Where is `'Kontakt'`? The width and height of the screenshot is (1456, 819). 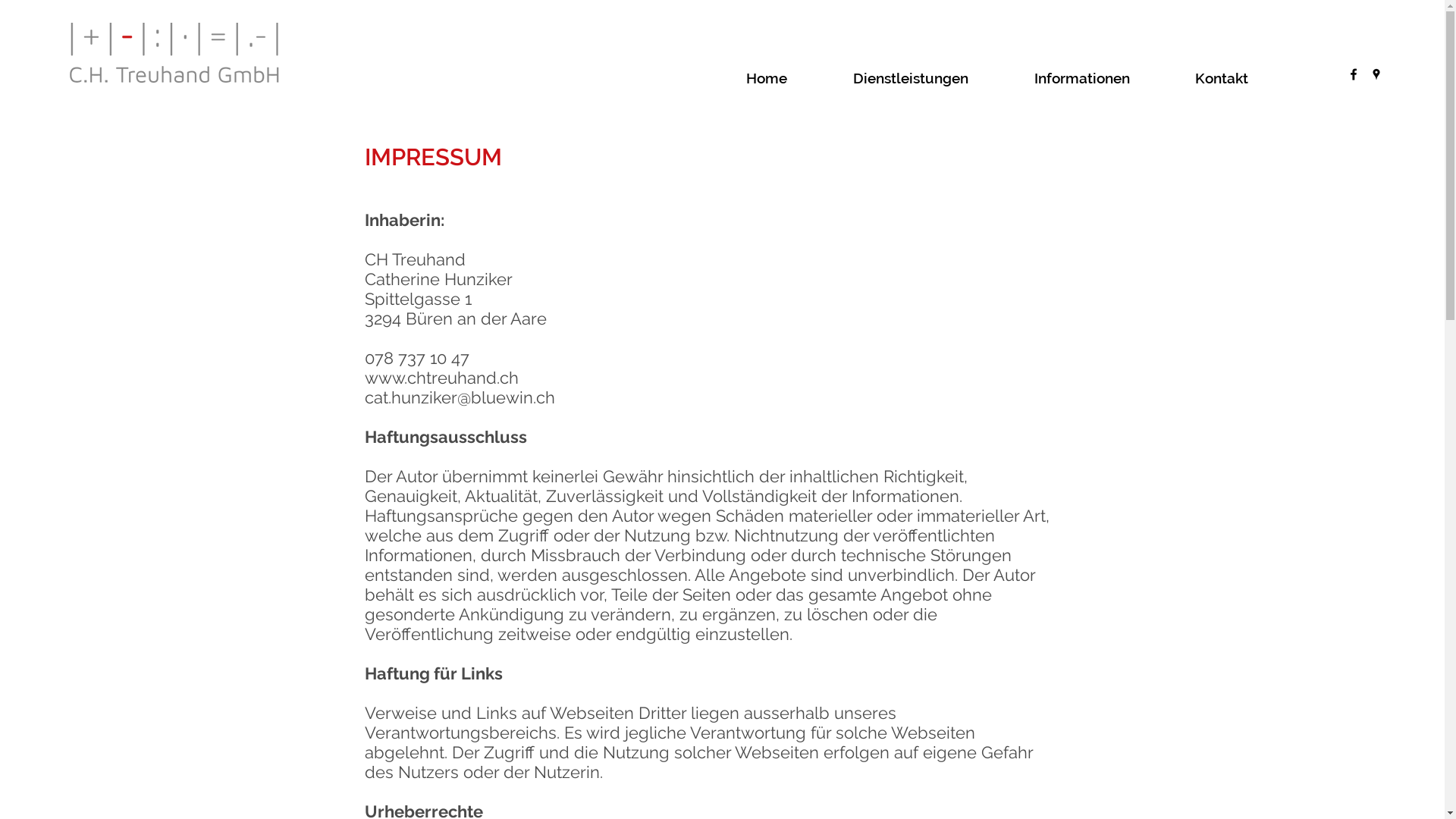
'Kontakt' is located at coordinates (1246, 78).